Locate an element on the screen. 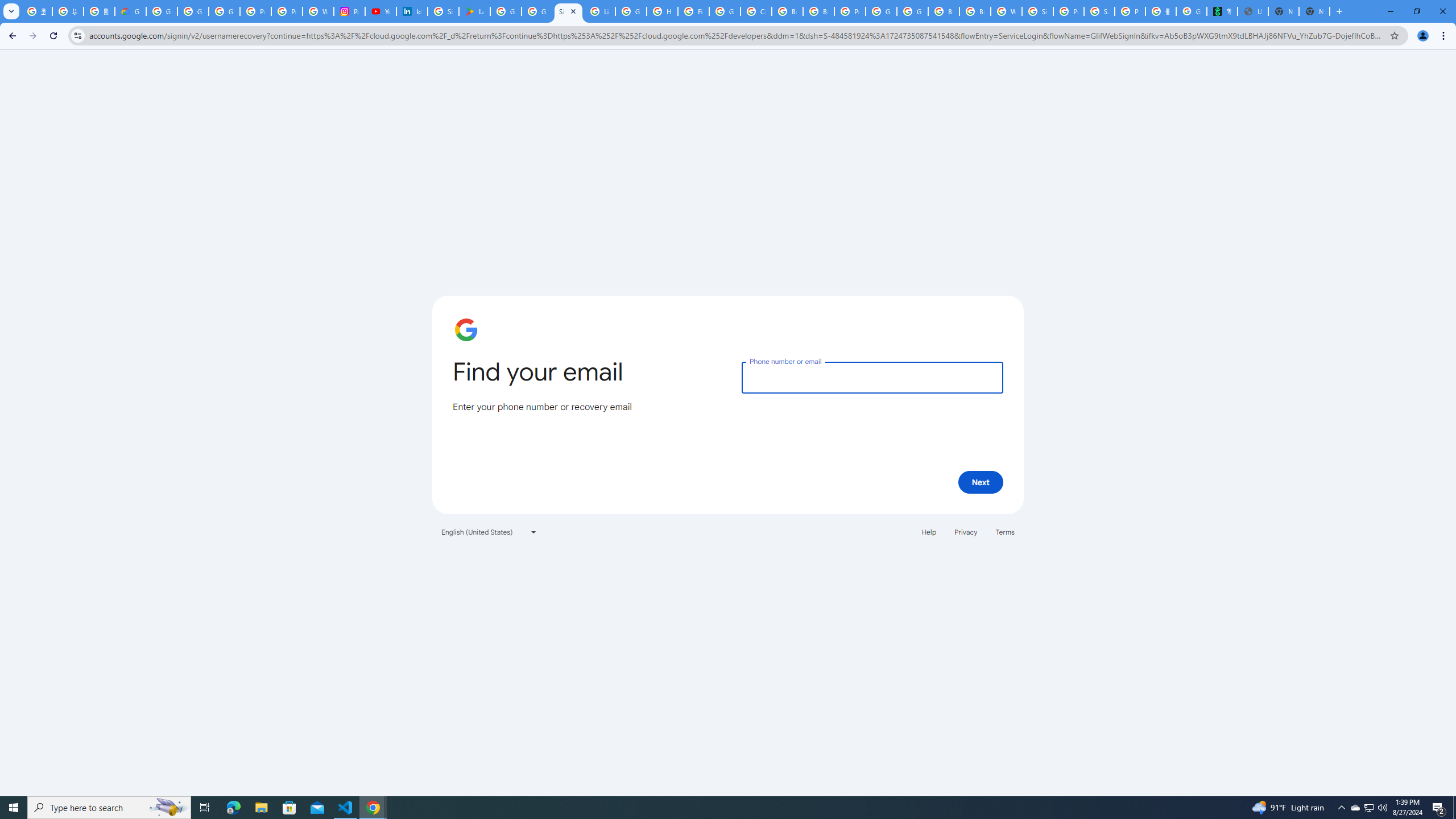 This screenshot has width=1456, height=819. 'YouTube Culture & Trends - On The Rise: Handcam Videos' is located at coordinates (380, 11).